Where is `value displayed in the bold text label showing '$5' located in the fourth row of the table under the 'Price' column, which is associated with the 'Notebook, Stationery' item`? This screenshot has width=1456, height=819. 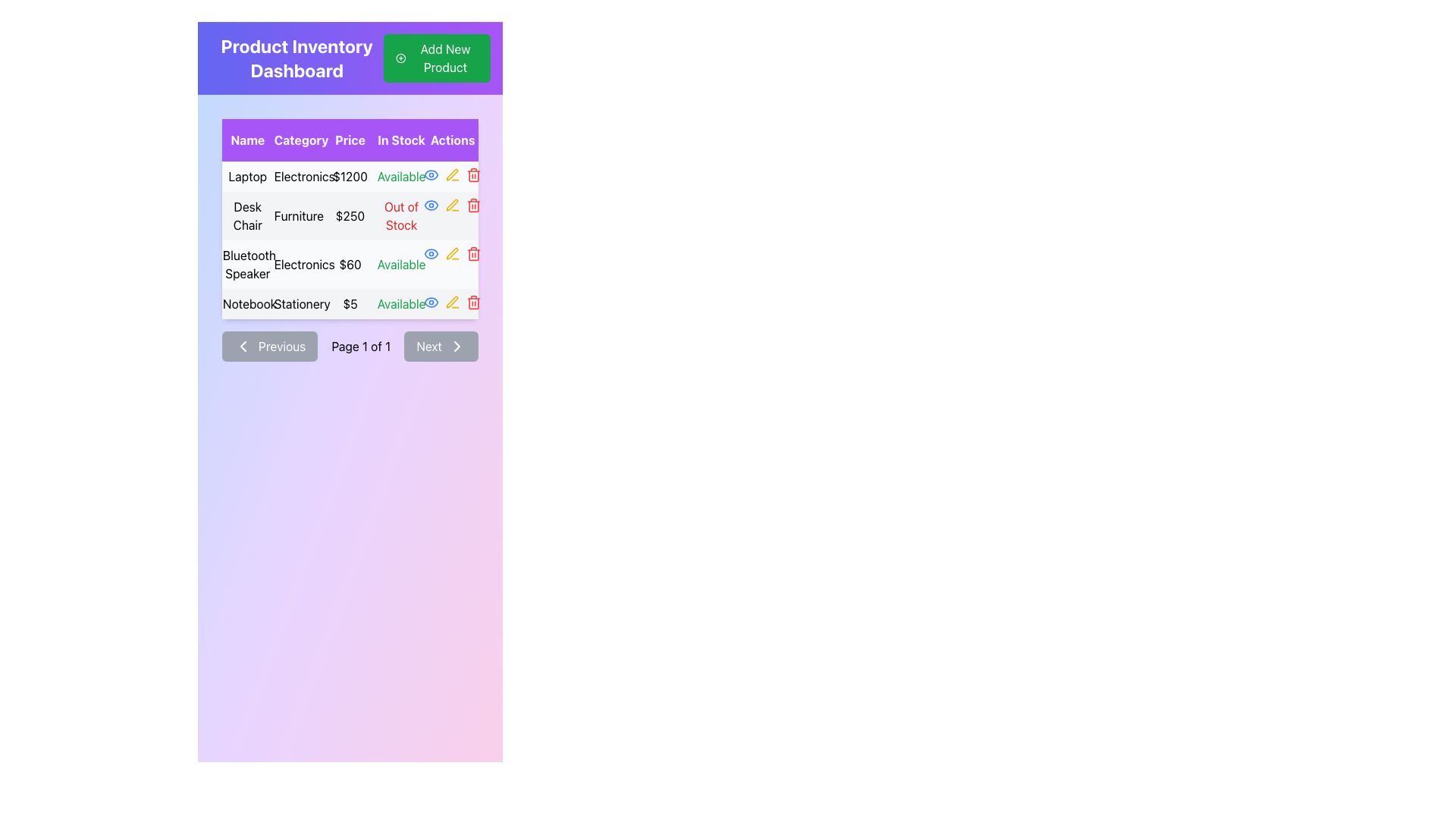
value displayed in the bold text label showing '$5' located in the fourth row of the table under the 'Price' column, which is associated with the 'Notebook, Stationery' item is located at coordinates (349, 304).